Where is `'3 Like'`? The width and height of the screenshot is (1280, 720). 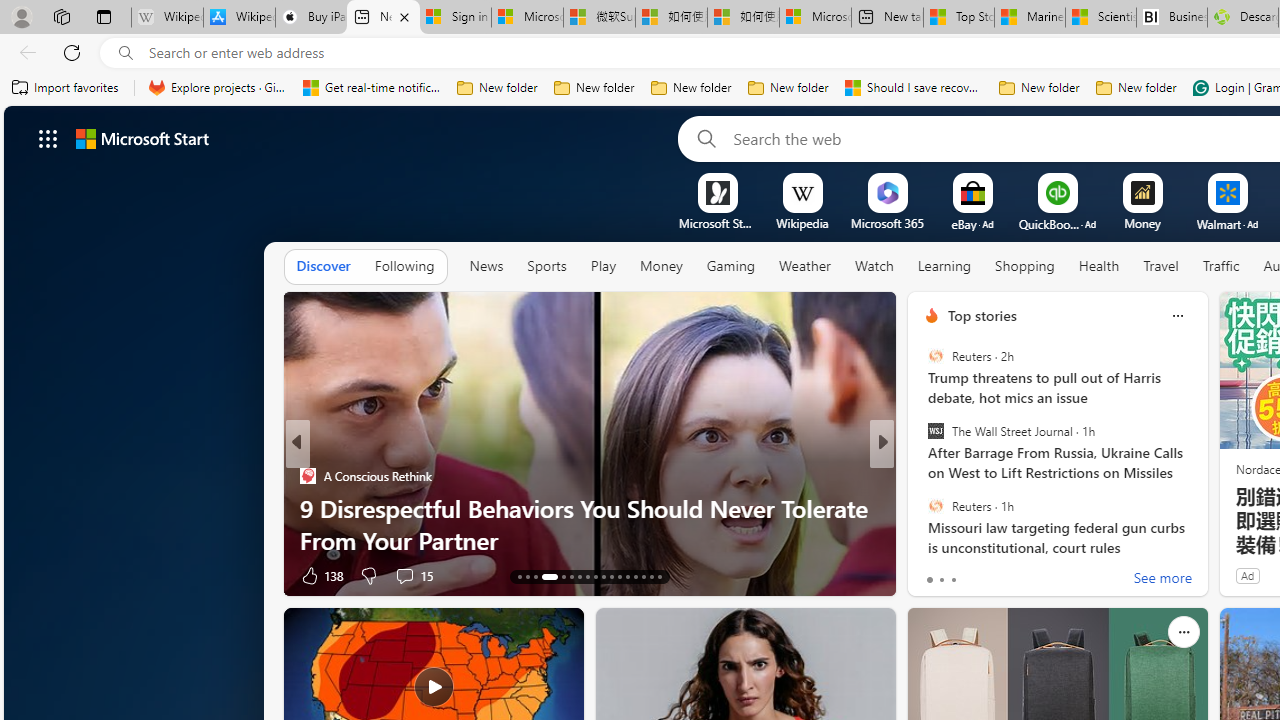
'3 Like' is located at coordinates (929, 575).